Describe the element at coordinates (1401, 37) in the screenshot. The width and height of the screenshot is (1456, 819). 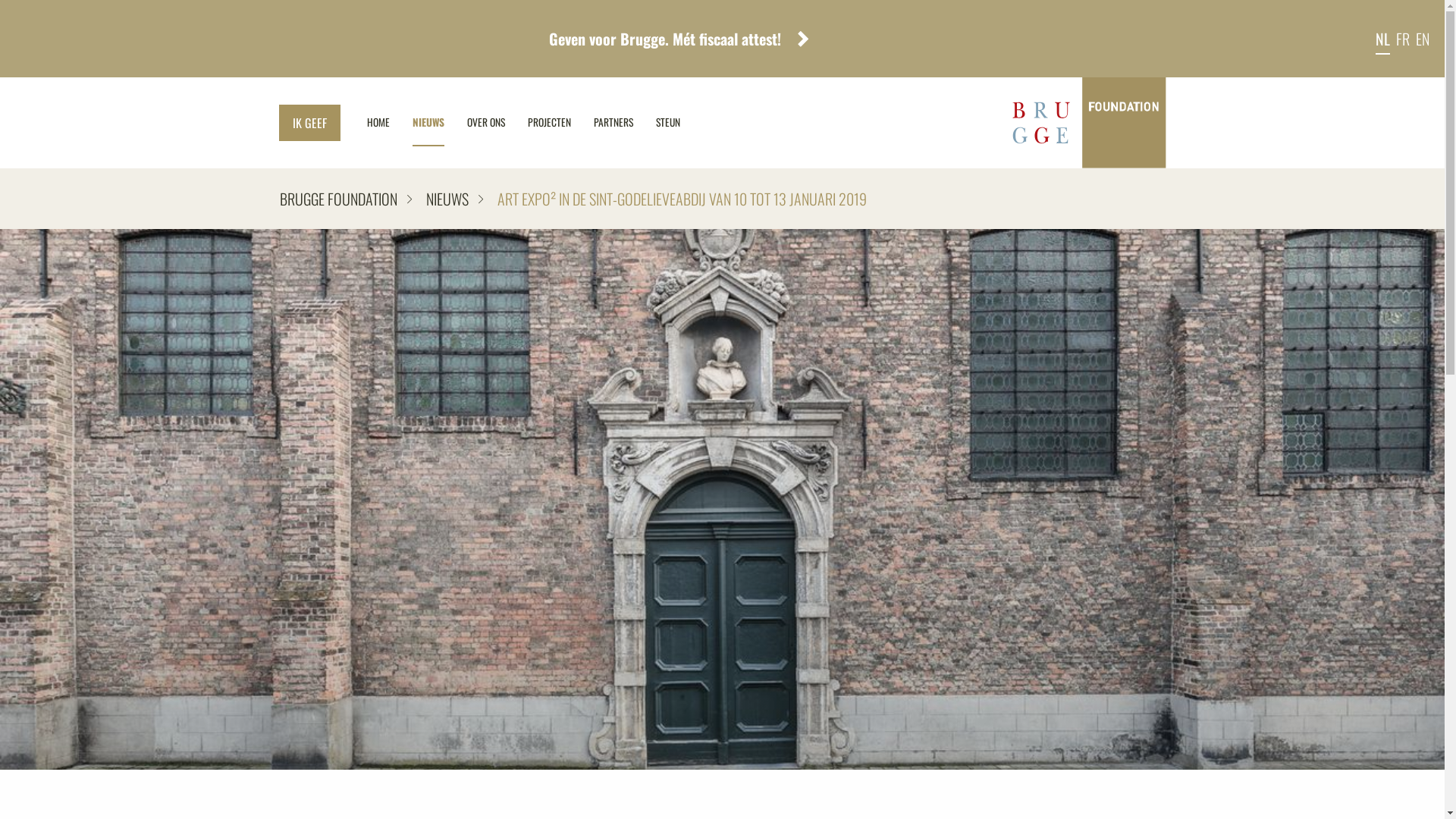
I see `'FR'` at that location.